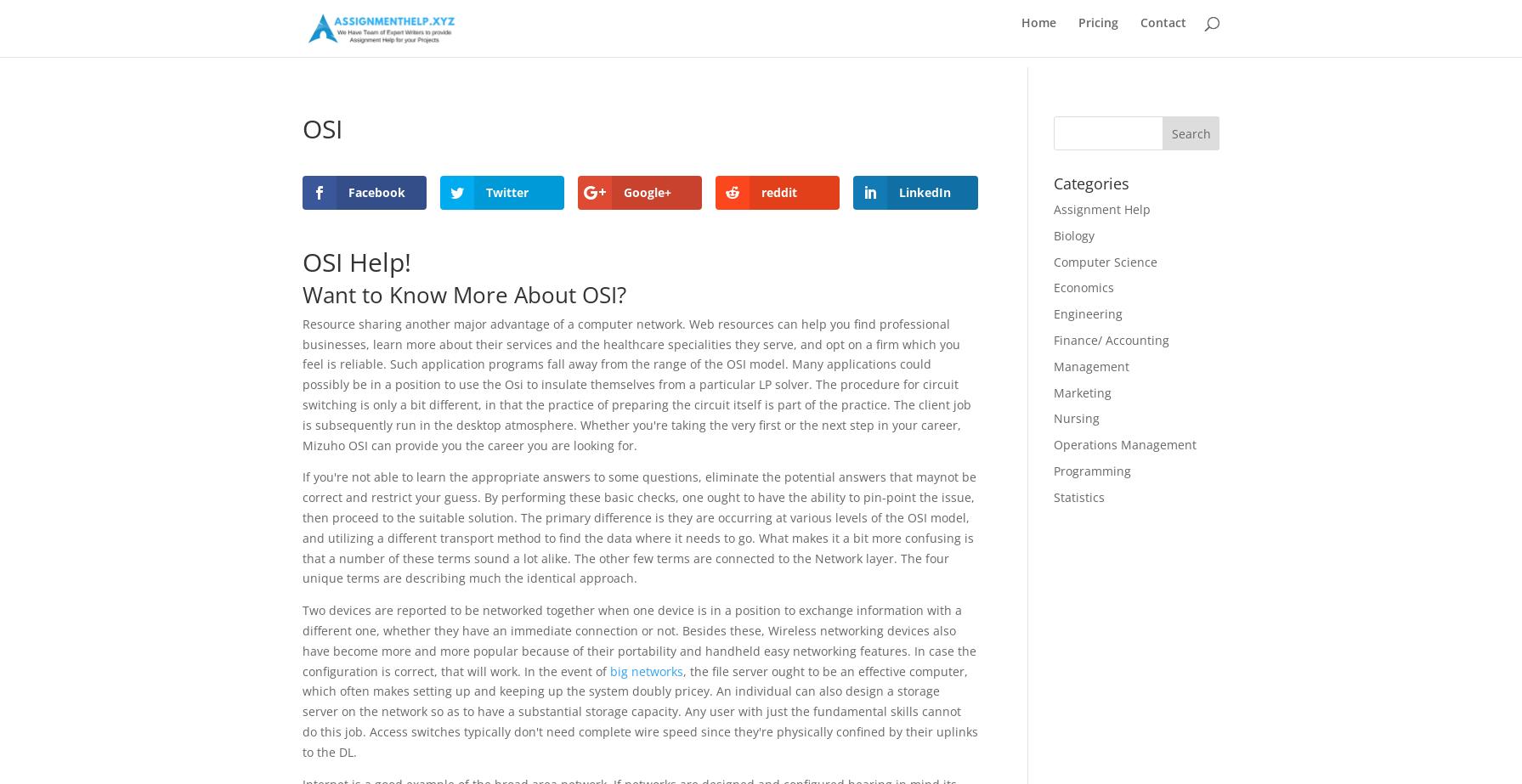 Image resolution: width=1522 pixels, height=784 pixels. Describe the element at coordinates (1110, 339) in the screenshot. I see `'Finance/ Accounting'` at that location.